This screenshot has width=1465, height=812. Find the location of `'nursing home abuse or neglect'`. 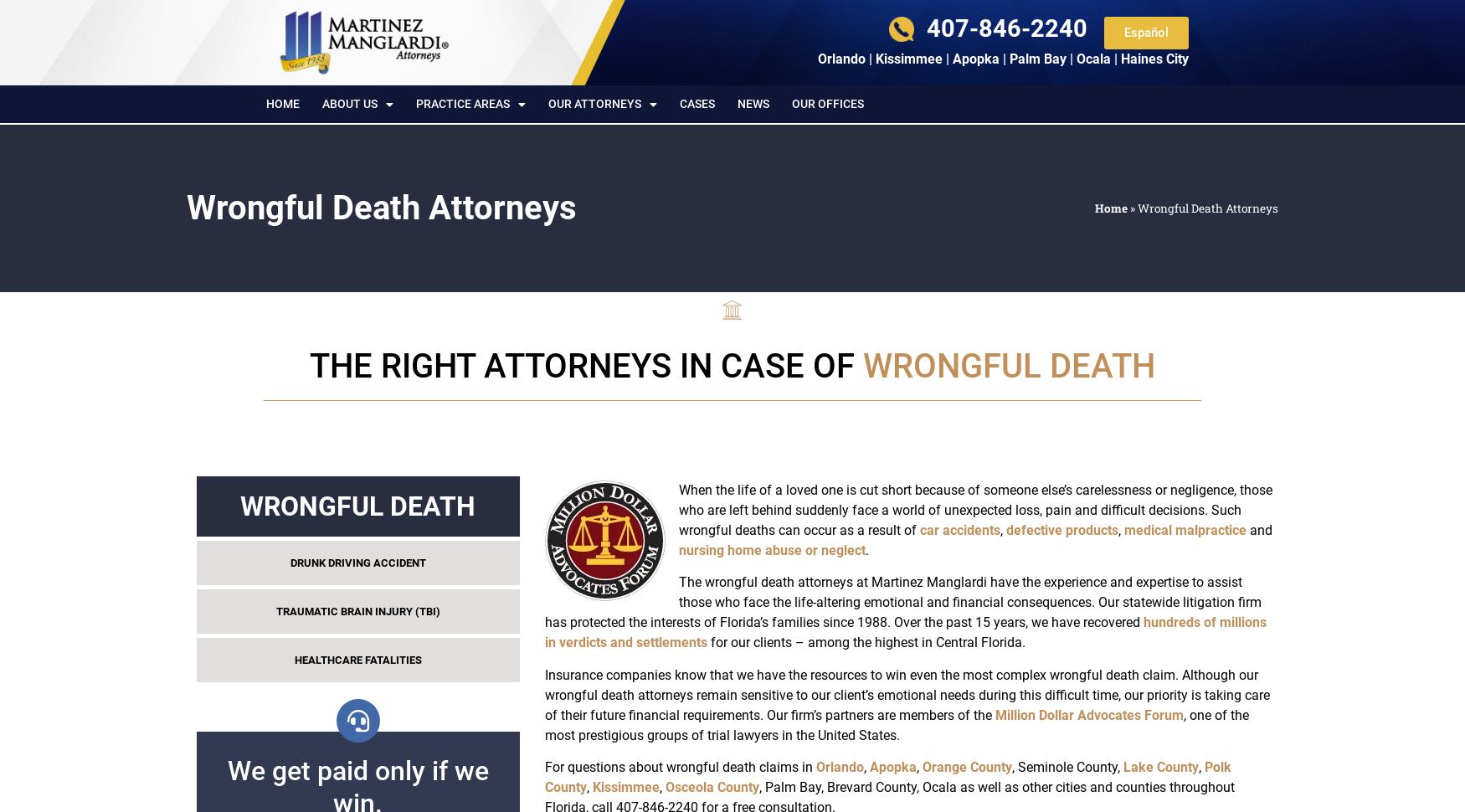

'nursing home abuse or neglect' is located at coordinates (677, 548).